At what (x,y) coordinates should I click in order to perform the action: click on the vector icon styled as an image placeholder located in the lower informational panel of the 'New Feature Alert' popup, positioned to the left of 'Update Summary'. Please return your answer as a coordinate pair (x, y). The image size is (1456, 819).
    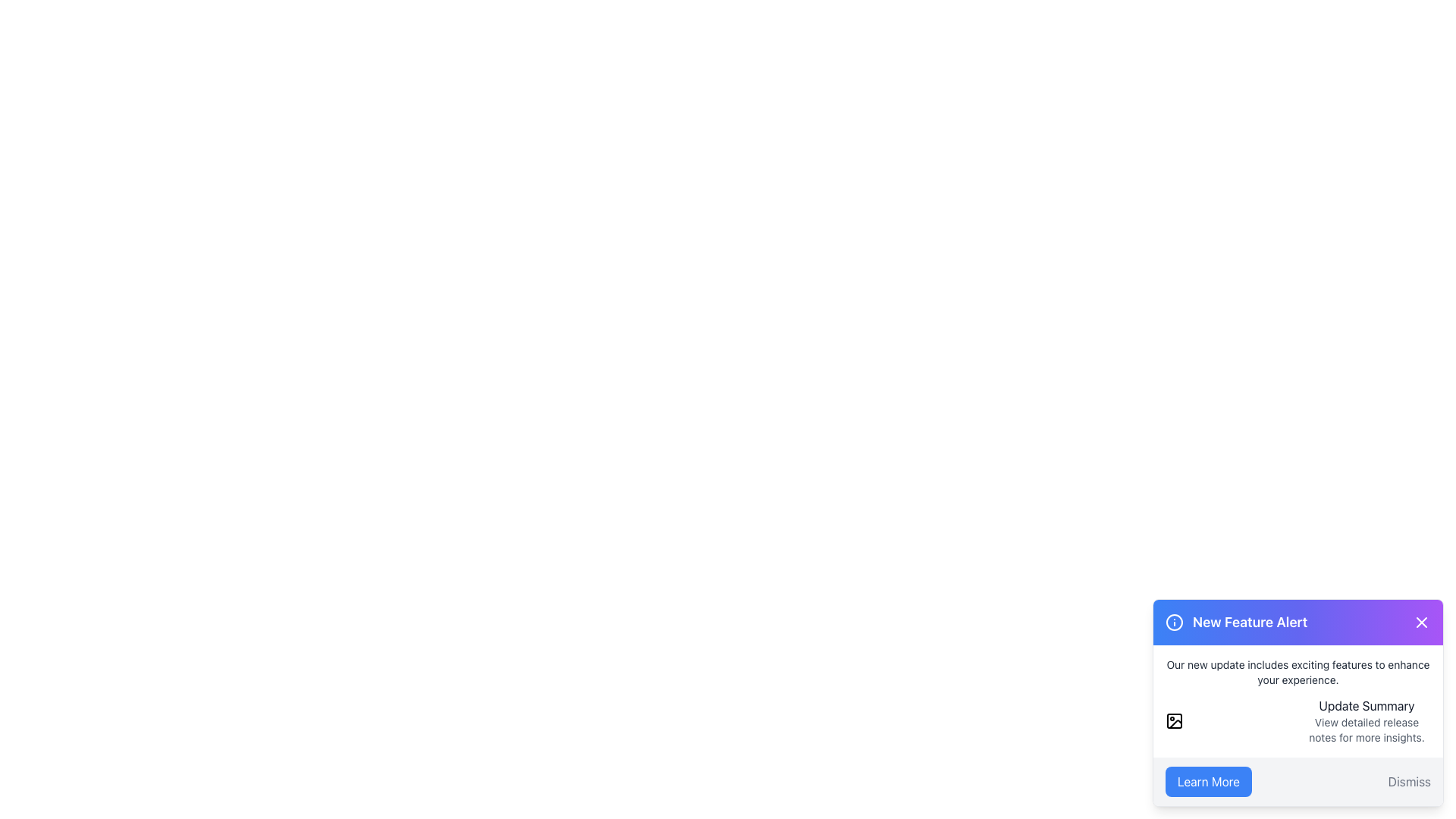
    Looking at the image, I should click on (1174, 720).